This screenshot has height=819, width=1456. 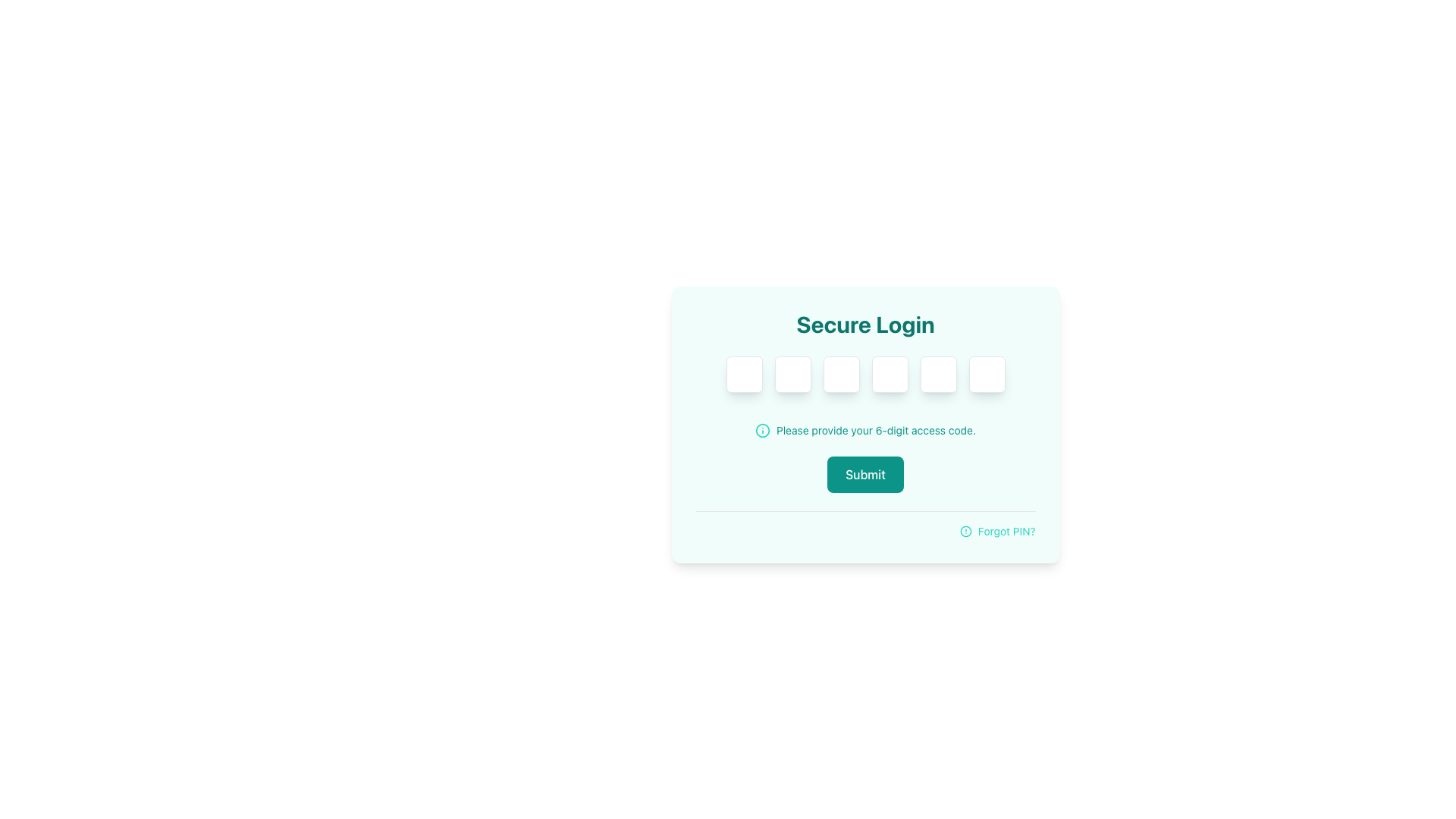 What do you see at coordinates (763, 430) in the screenshot?
I see `the informative icon located directly to the left of the text 'Please provide your 6-digit access code.' in the middle part of the login form interface` at bounding box center [763, 430].